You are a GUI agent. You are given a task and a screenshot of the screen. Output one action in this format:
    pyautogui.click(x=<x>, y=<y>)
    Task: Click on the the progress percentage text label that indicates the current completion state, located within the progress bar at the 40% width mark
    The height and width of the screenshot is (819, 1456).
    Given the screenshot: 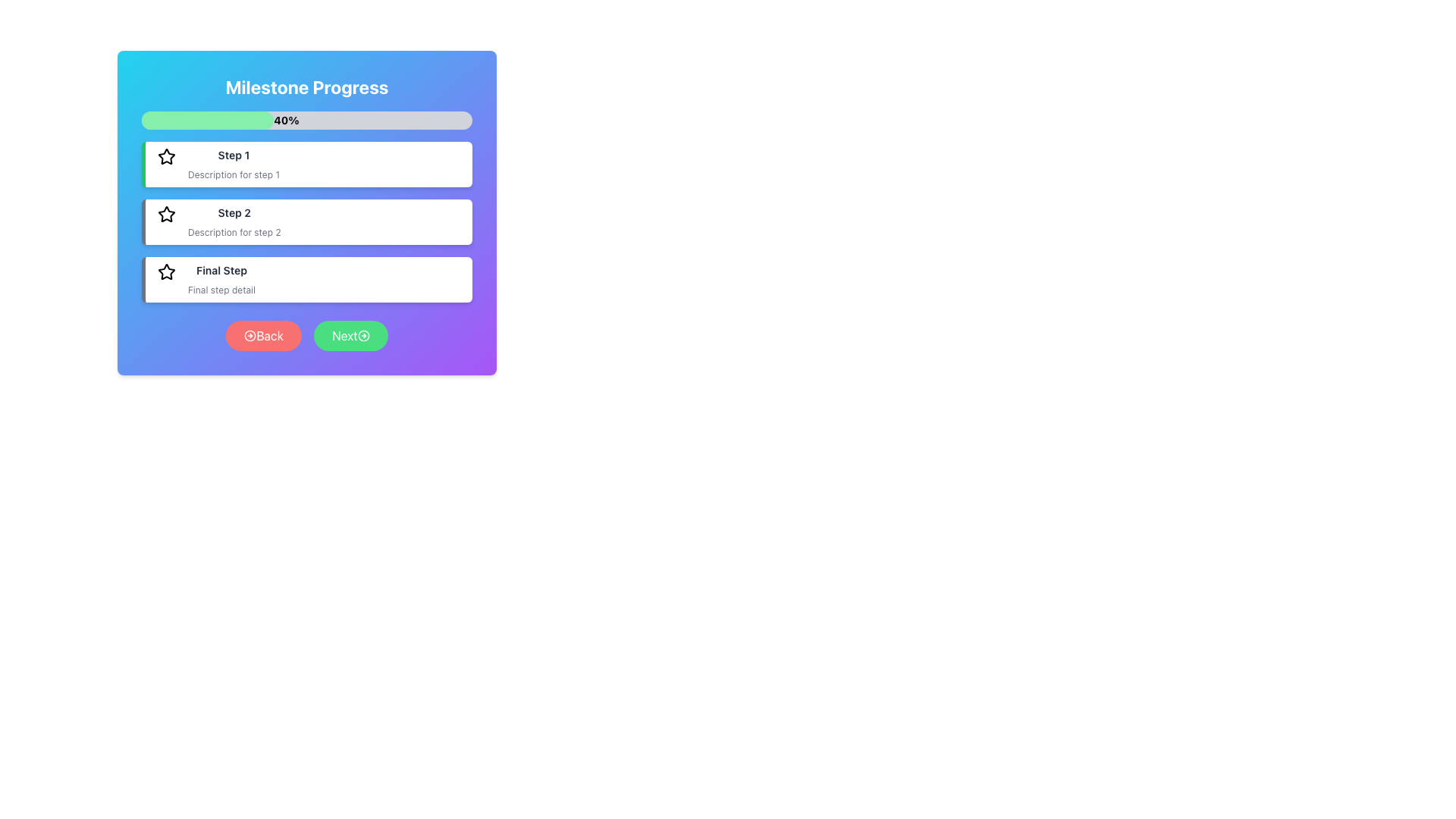 What is the action you would take?
    pyautogui.click(x=287, y=119)
    